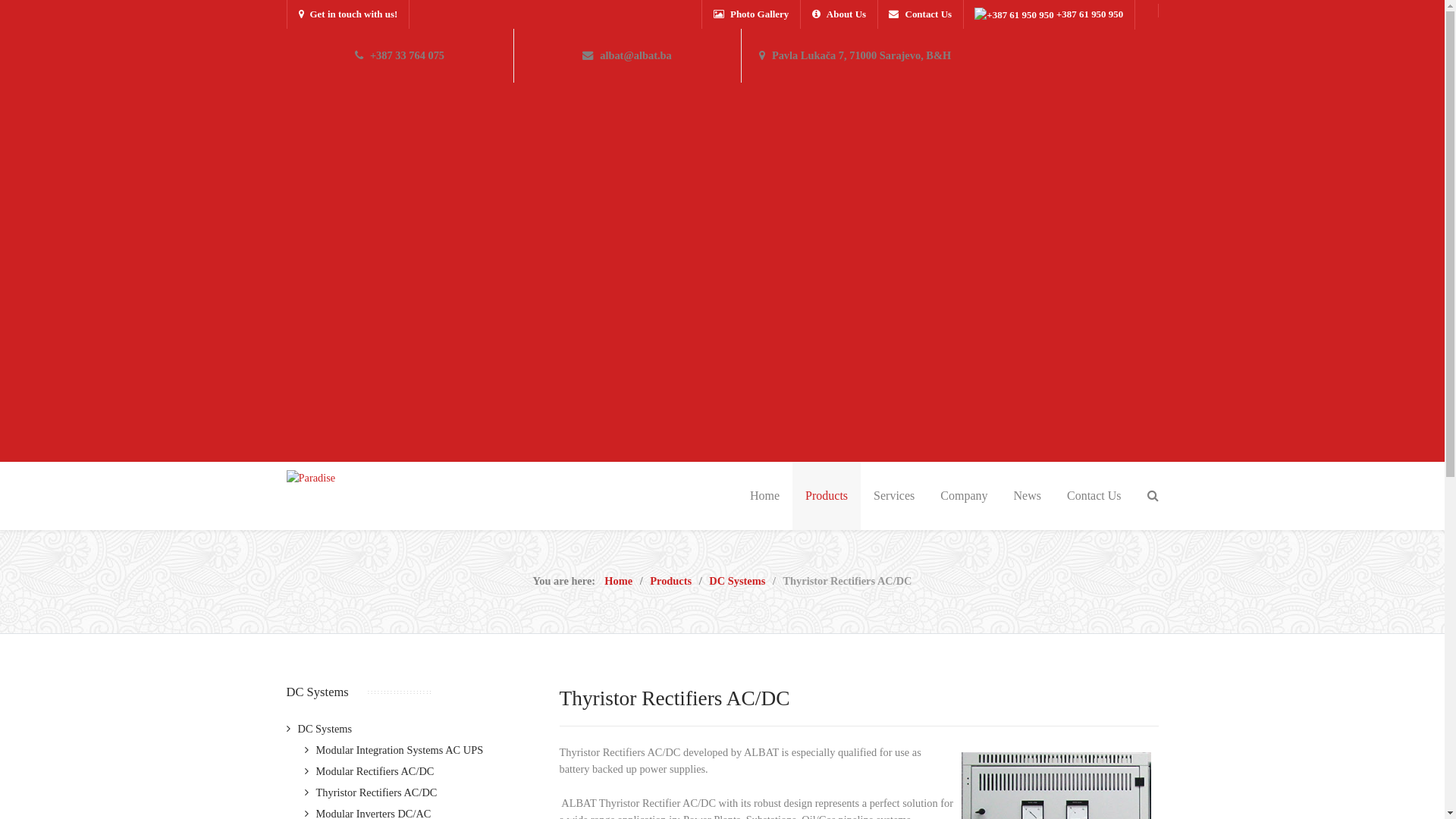 Image resolution: width=1456 pixels, height=819 pixels. I want to click on 'DC Systems', so click(318, 727).